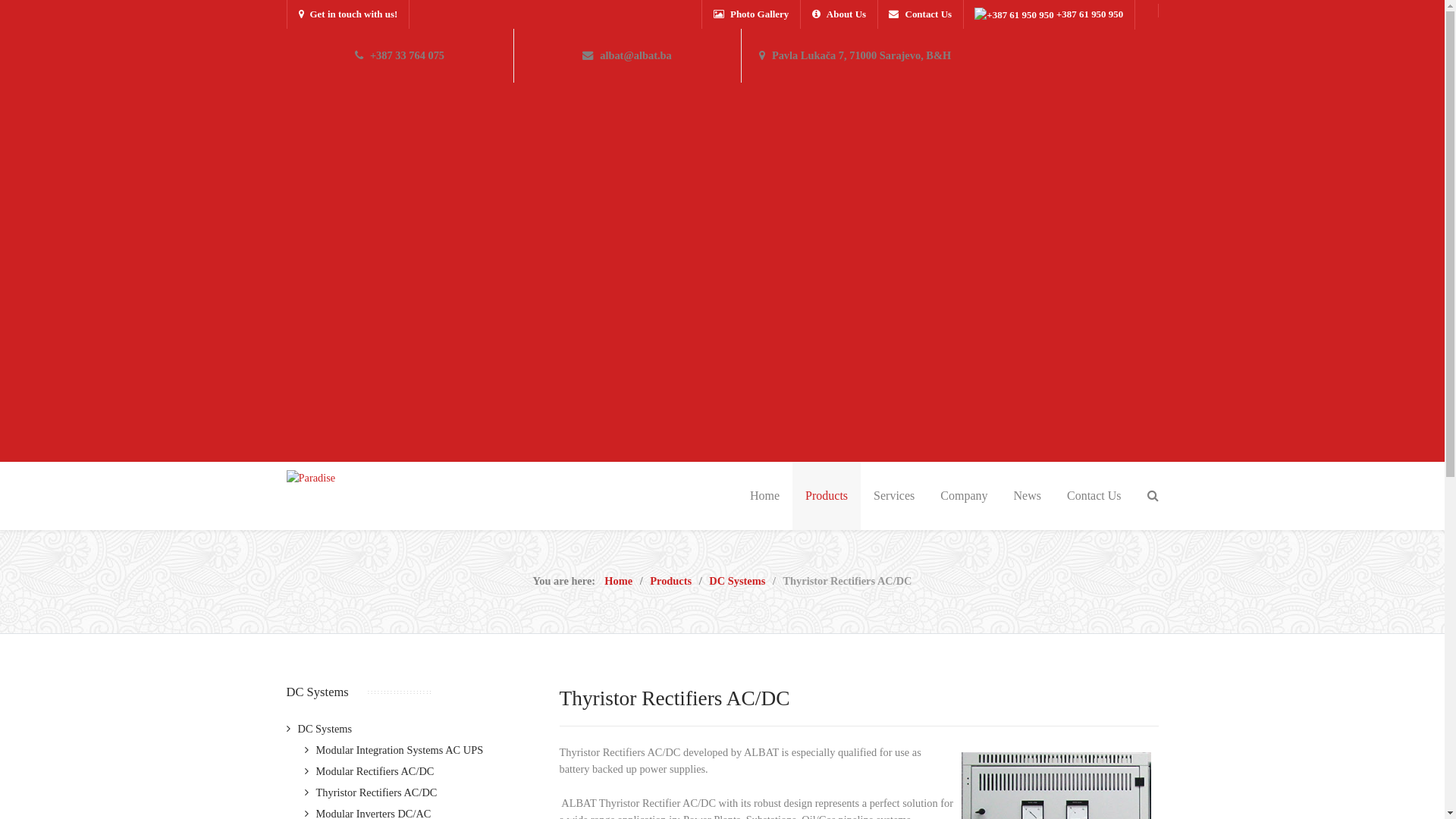 Image resolution: width=1456 pixels, height=819 pixels. I want to click on 'DC Systems', so click(318, 727).